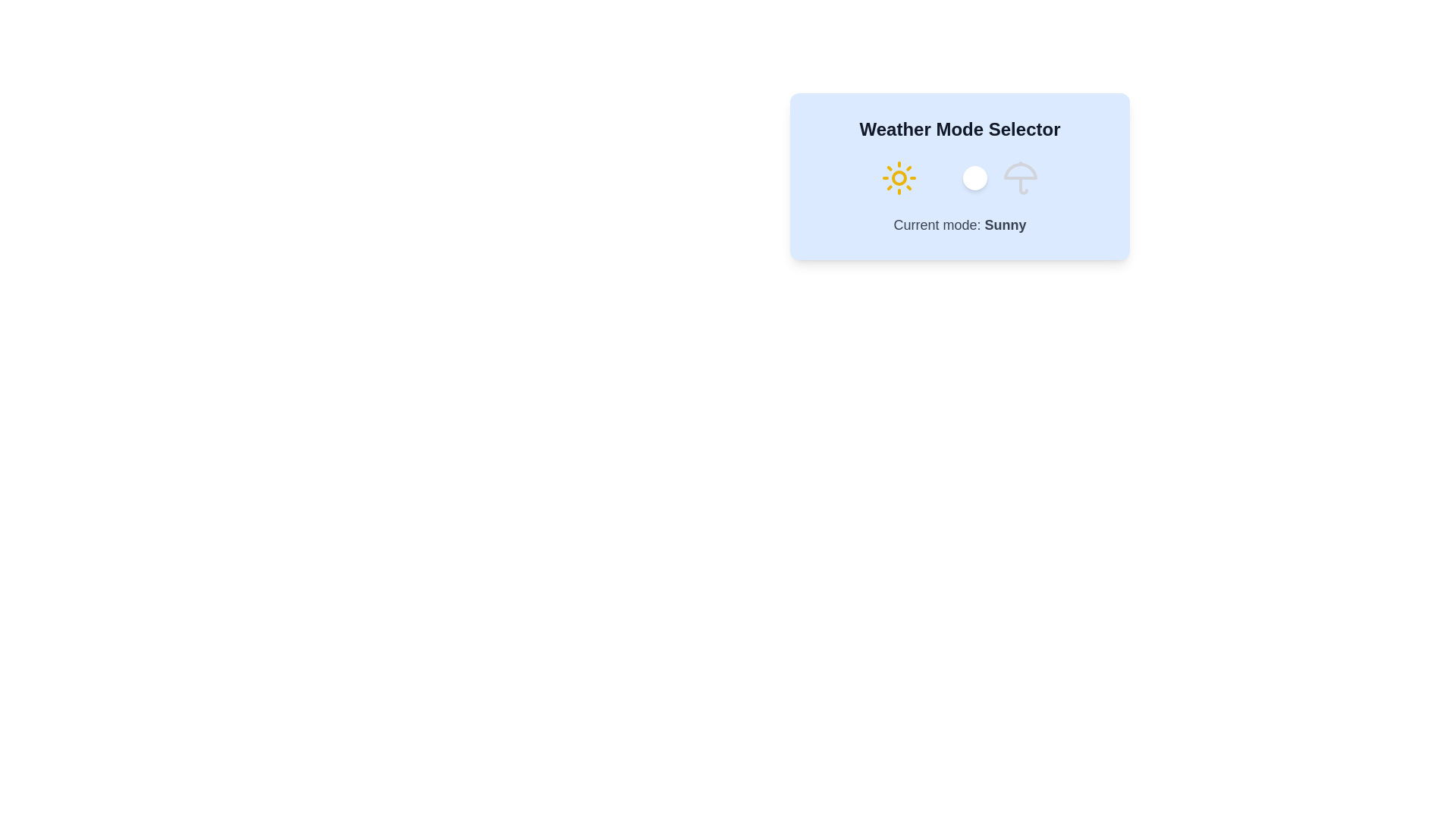 This screenshot has width=1456, height=819. Describe the element at coordinates (959, 177) in the screenshot. I see `the toggle between the sun and umbrella icons in the Weather Mode Selector` at that location.